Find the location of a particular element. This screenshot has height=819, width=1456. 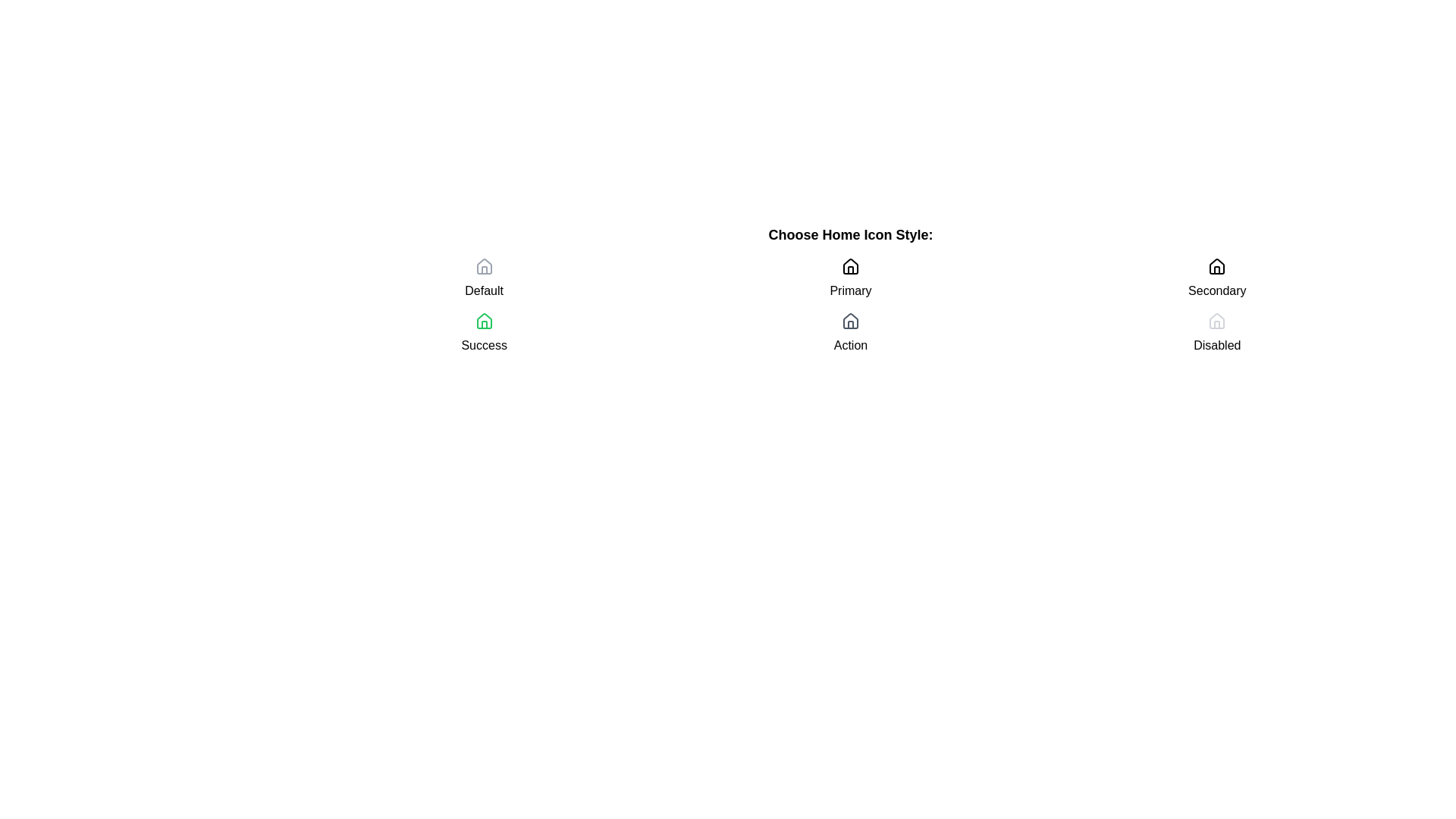

the text label displaying 'Primary' in a black font, located below the home icon and above the 'Action' label is located at coordinates (851, 291).